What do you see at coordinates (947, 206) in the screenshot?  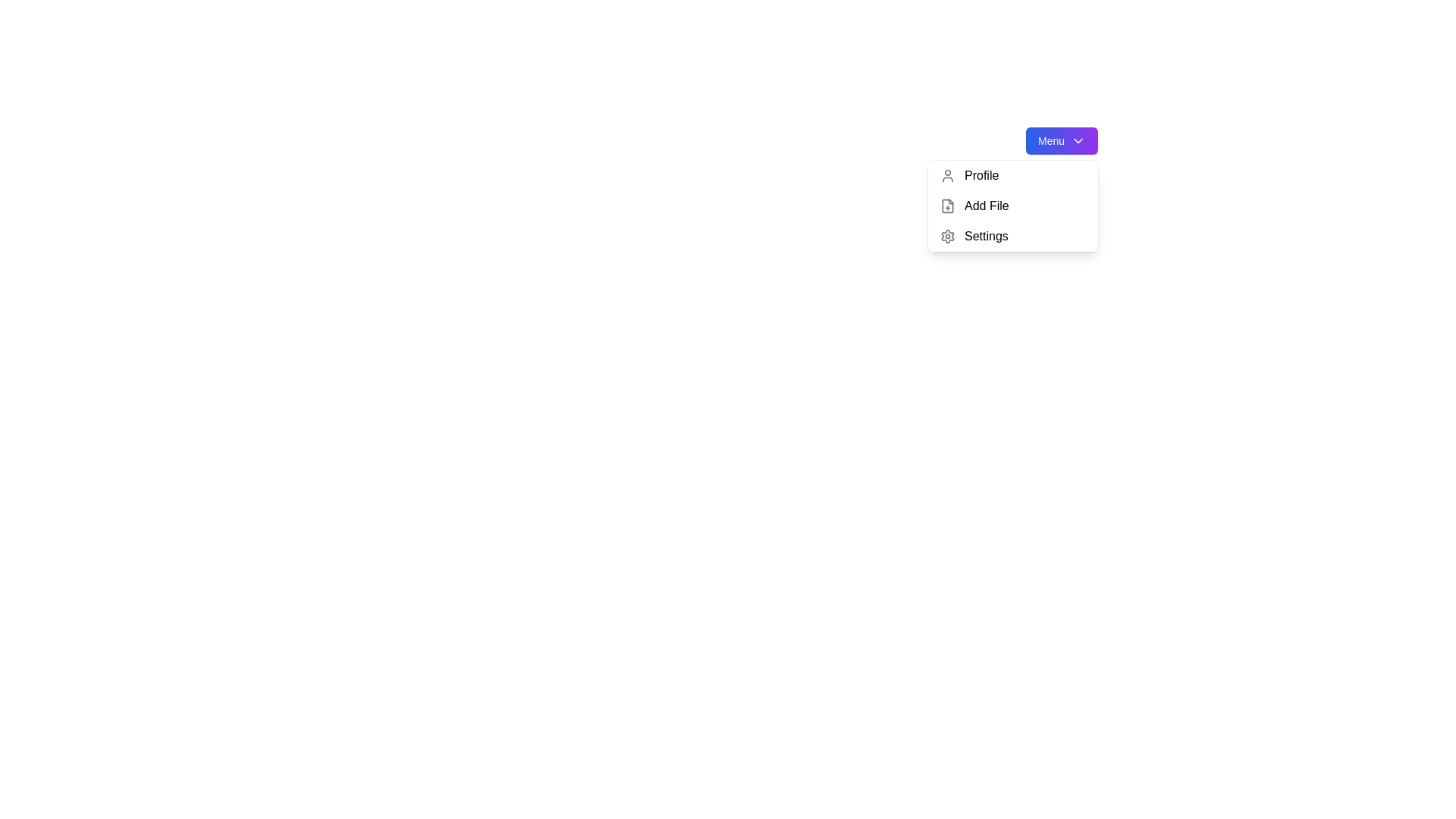 I see `the document icon located in the second option of the 'Menu' dropdown with a purple background on the right side of the interface` at bounding box center [947, 206].